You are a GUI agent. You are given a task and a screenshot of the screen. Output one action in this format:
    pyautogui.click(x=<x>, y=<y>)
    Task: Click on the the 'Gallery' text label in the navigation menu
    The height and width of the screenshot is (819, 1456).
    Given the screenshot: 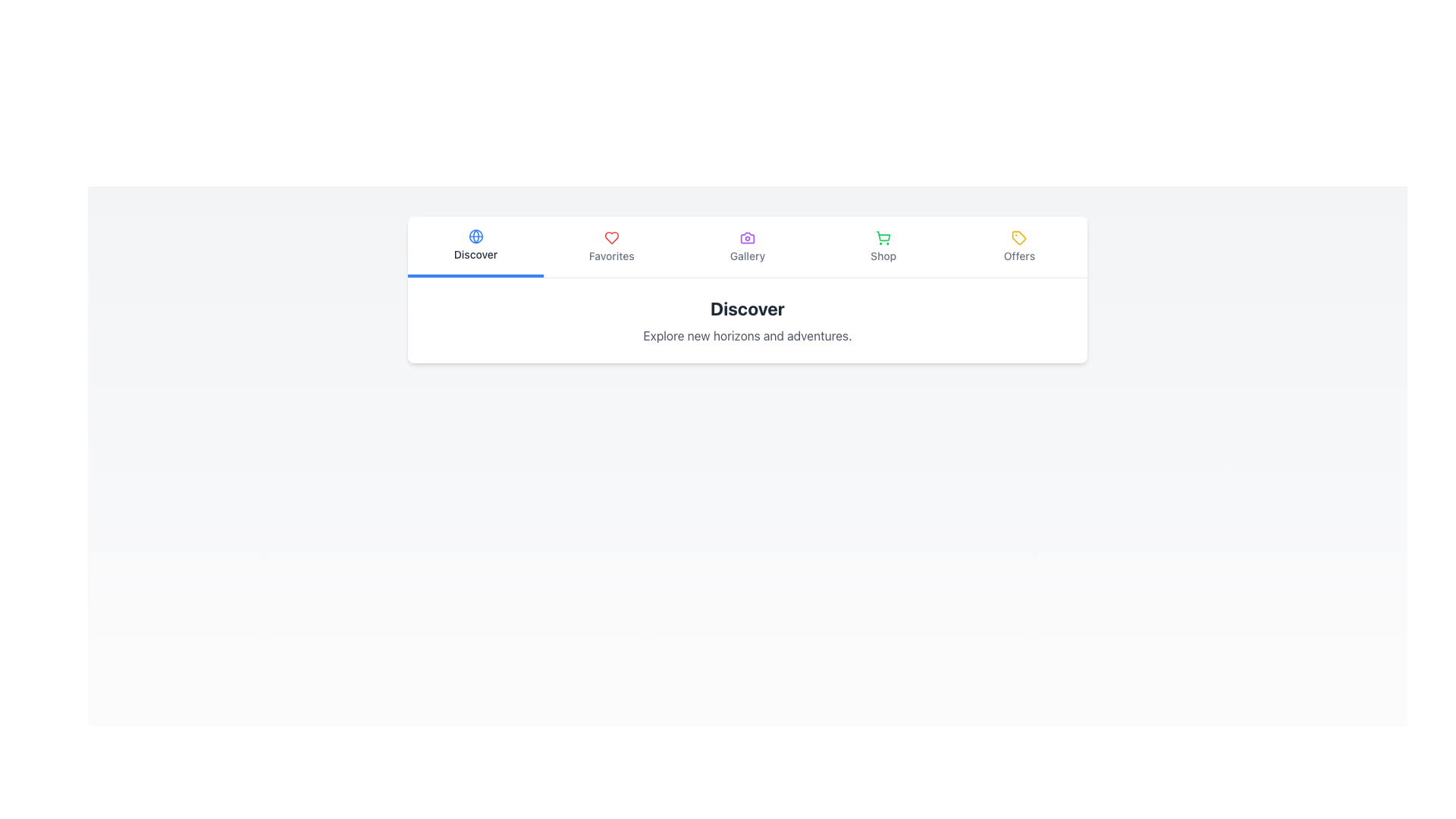 What is the action you would take?
    pyautogui.click(x=747, y=256)
    